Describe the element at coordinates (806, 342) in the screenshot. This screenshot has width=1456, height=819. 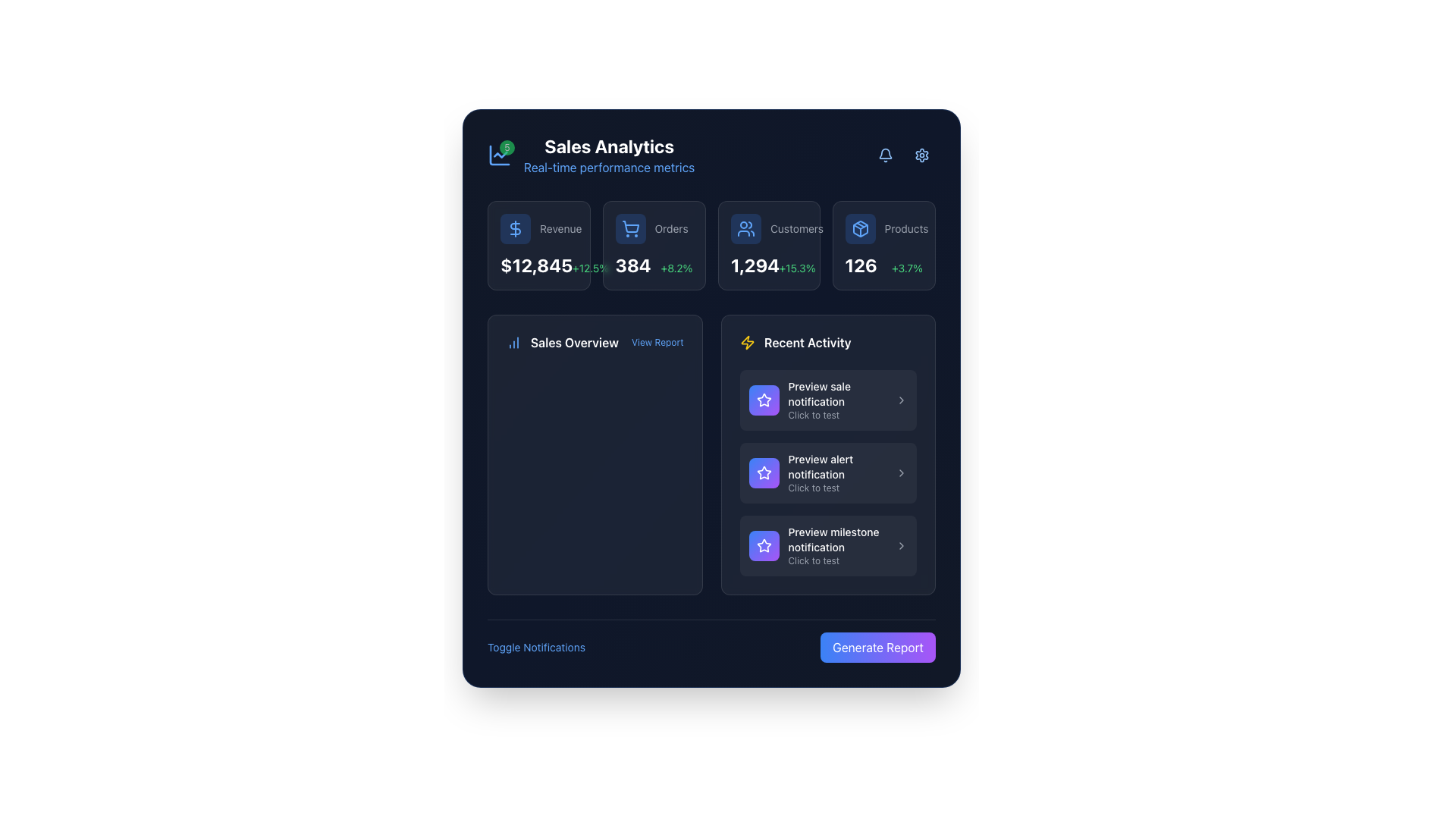
I see `the 'Recent Activity' text label, which is styled with a bold typeface and white font color, located within a dark background on the right side of the interface under the 'Sales Analytics' section` at that location.